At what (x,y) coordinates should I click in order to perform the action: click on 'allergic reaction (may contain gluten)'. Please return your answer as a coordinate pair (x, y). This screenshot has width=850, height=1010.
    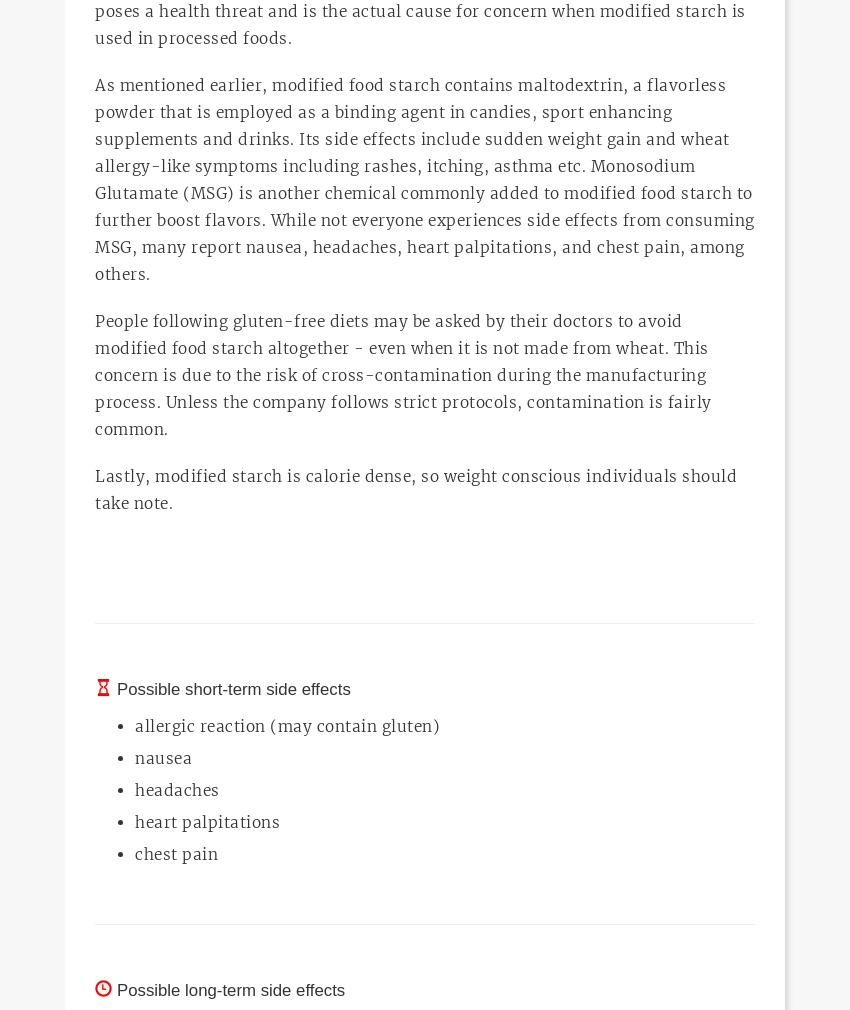
    Looking at the image, I should click on (286, 725).